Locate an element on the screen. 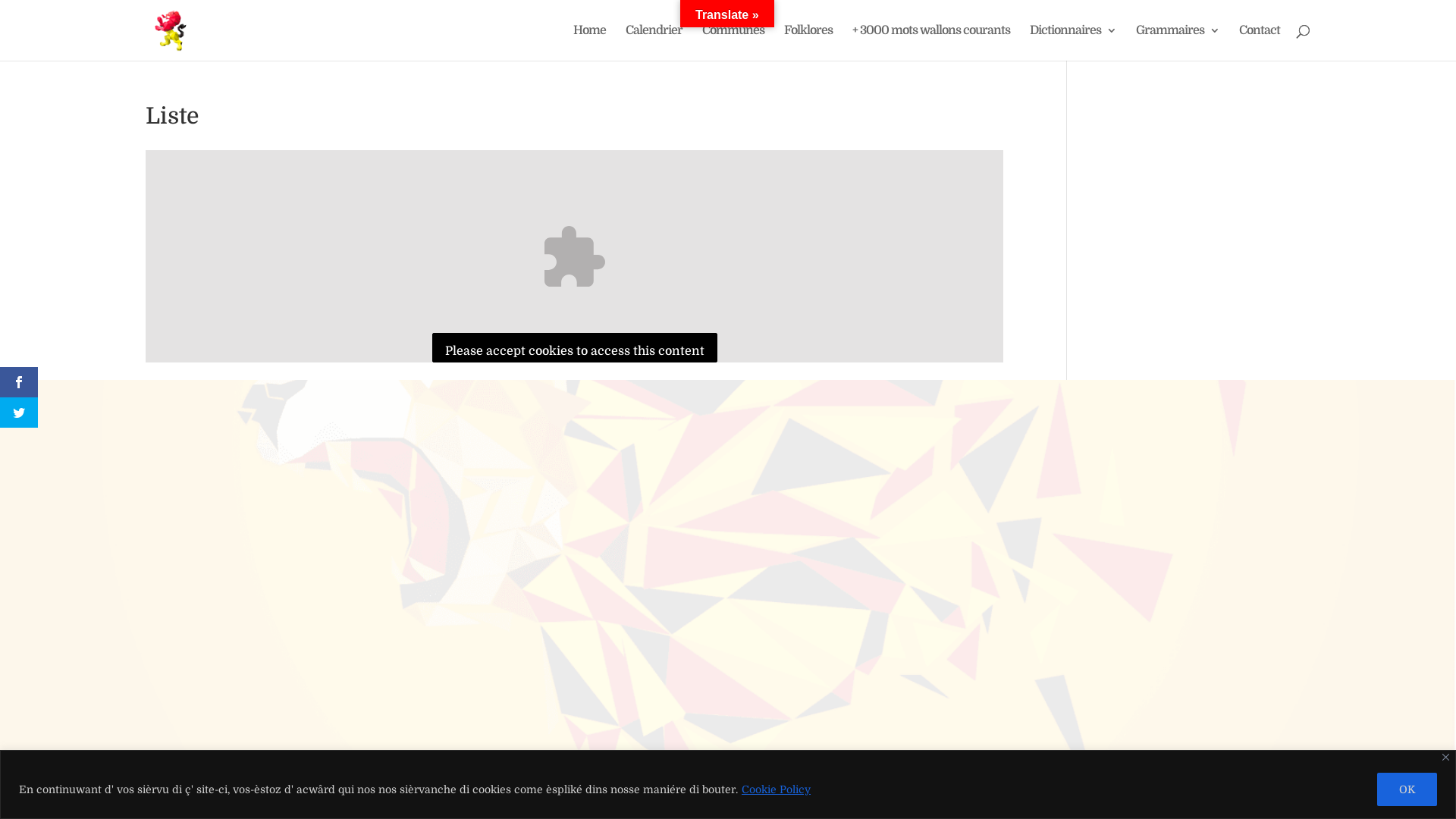  'OK' is located at coordinates (1376, 788).